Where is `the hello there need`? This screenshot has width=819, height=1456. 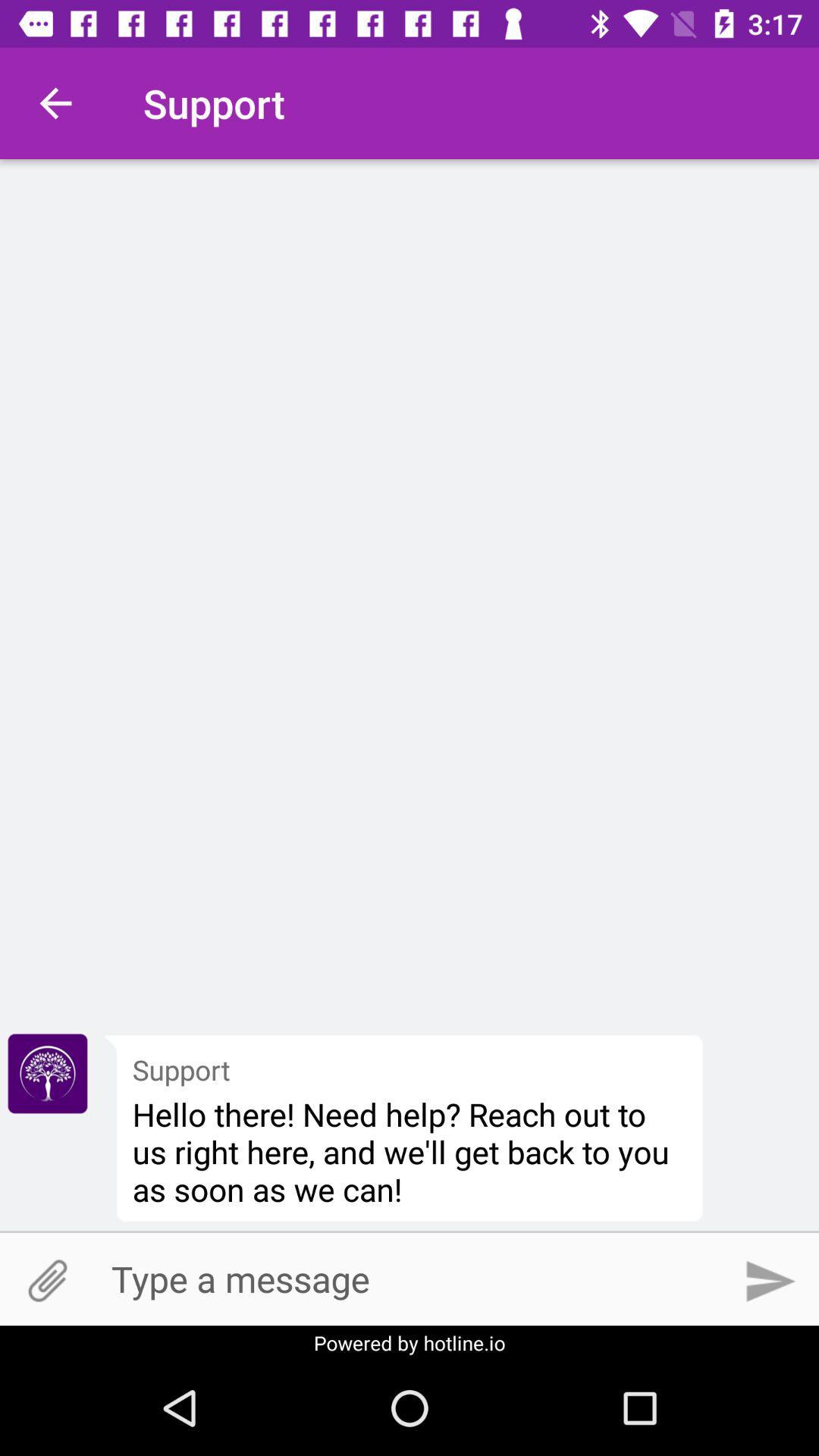
the hello there need is located at coordinates (409, 1151).